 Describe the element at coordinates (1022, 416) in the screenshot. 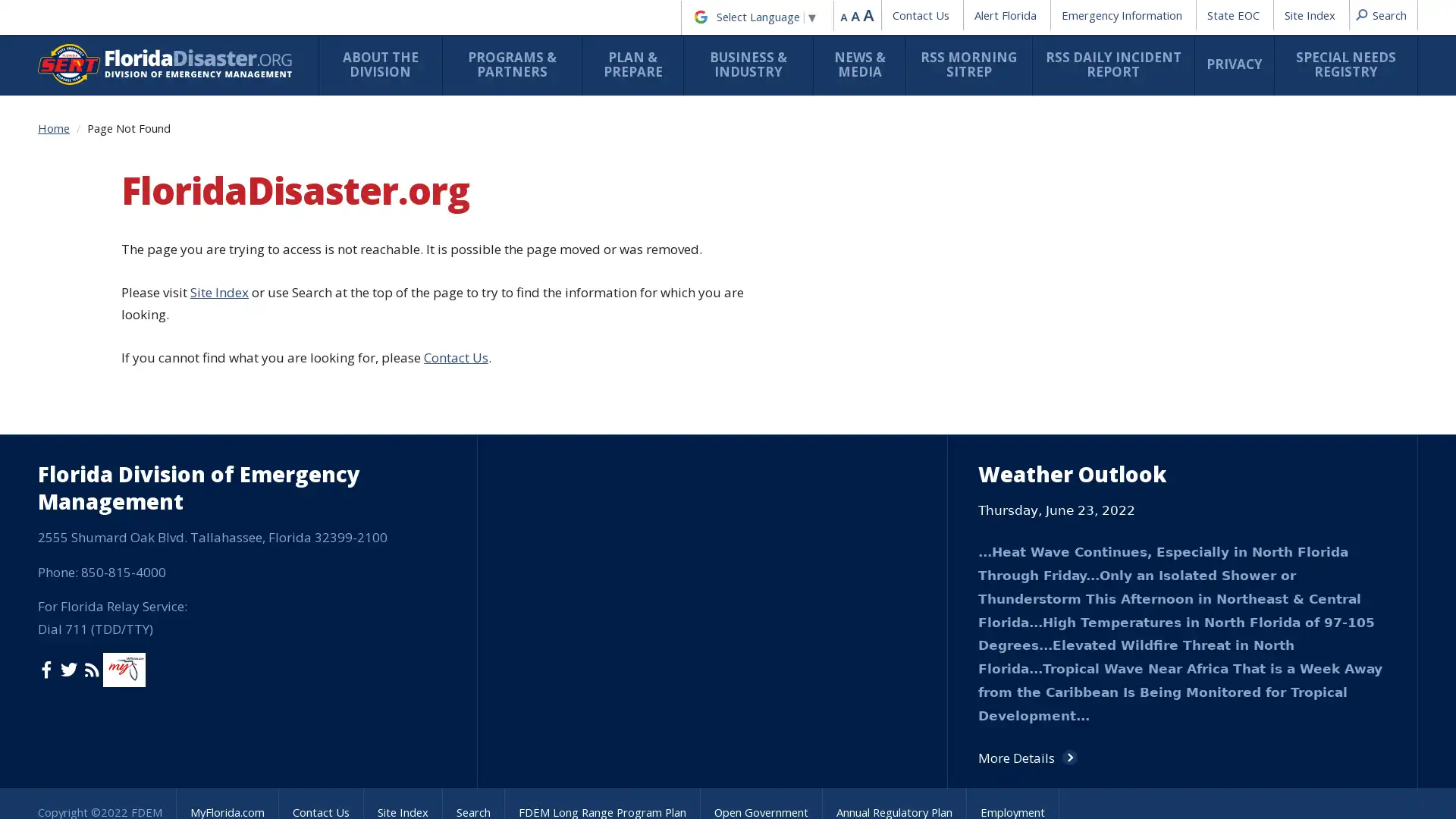

I see `Toggle More` at that location.